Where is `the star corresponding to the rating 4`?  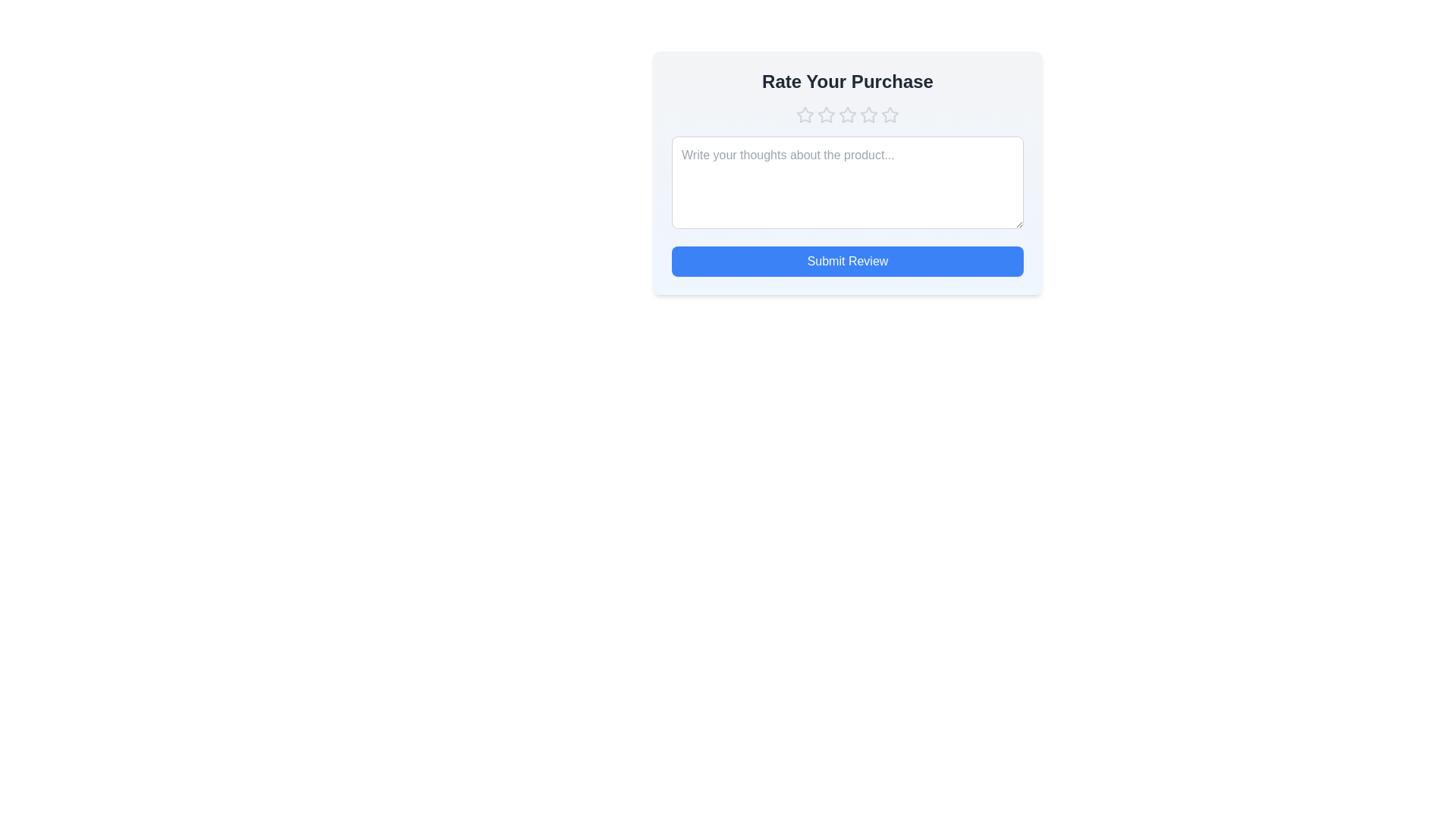 the star corresponding to the rating 4 is located at coordinates (869, 114).